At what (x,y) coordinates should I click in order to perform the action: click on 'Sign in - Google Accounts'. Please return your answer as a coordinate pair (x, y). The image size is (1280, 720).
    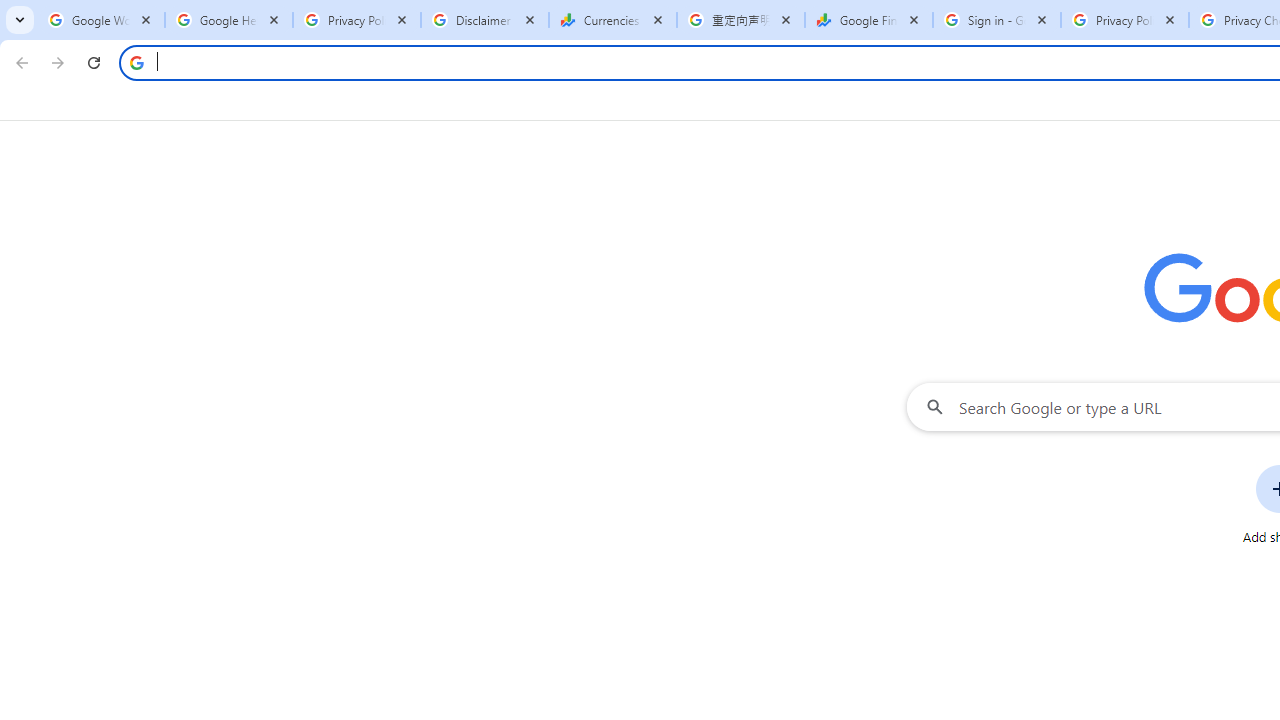
    Looking at the image, I should click on (997, 20).